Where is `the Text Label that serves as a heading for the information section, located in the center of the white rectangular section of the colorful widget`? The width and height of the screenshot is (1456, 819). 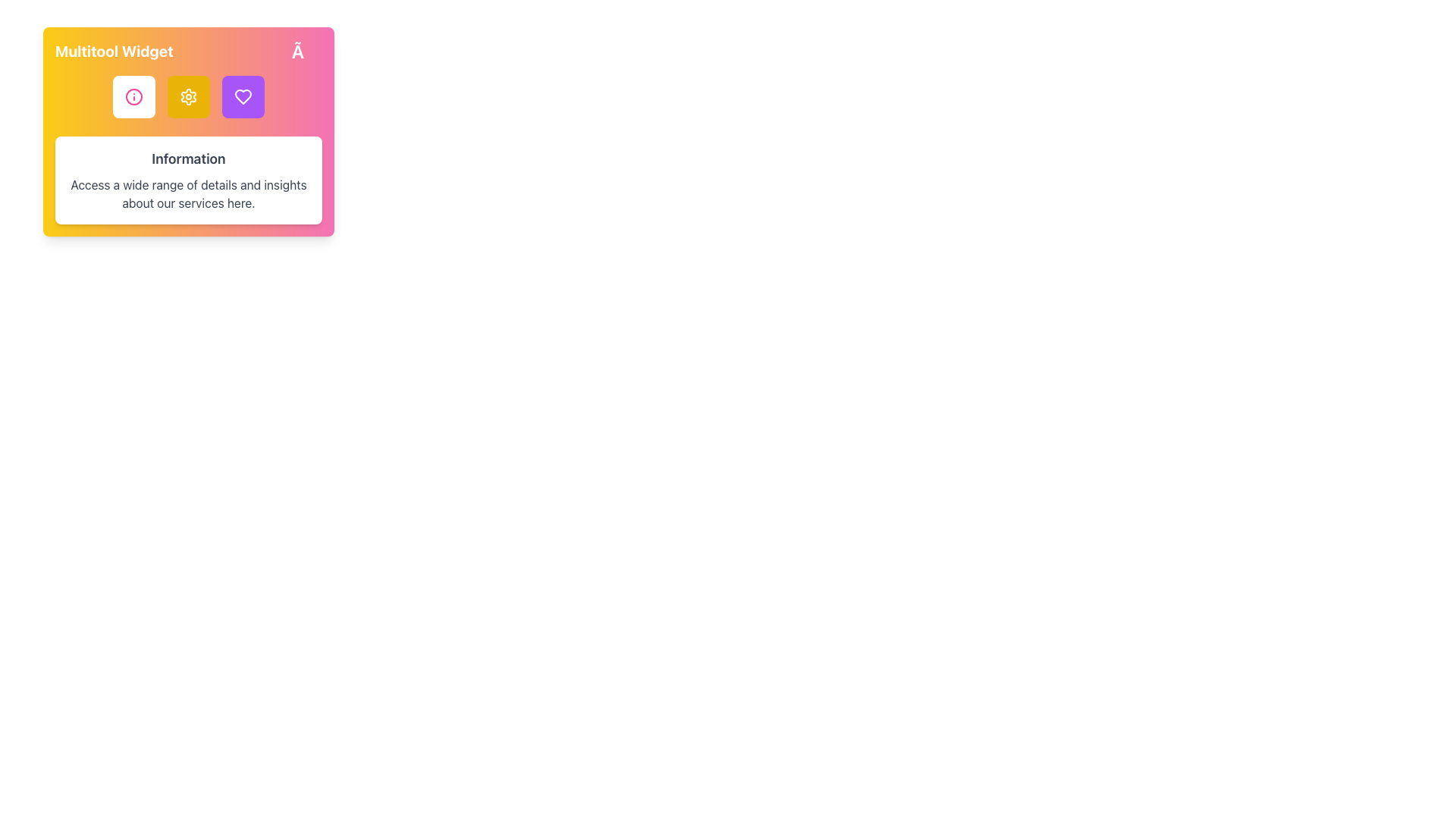 the Text Label that serves as a heading for the information section, located in the center of the white rectangular section of the colorful widget is located at coordinates (188, 158).